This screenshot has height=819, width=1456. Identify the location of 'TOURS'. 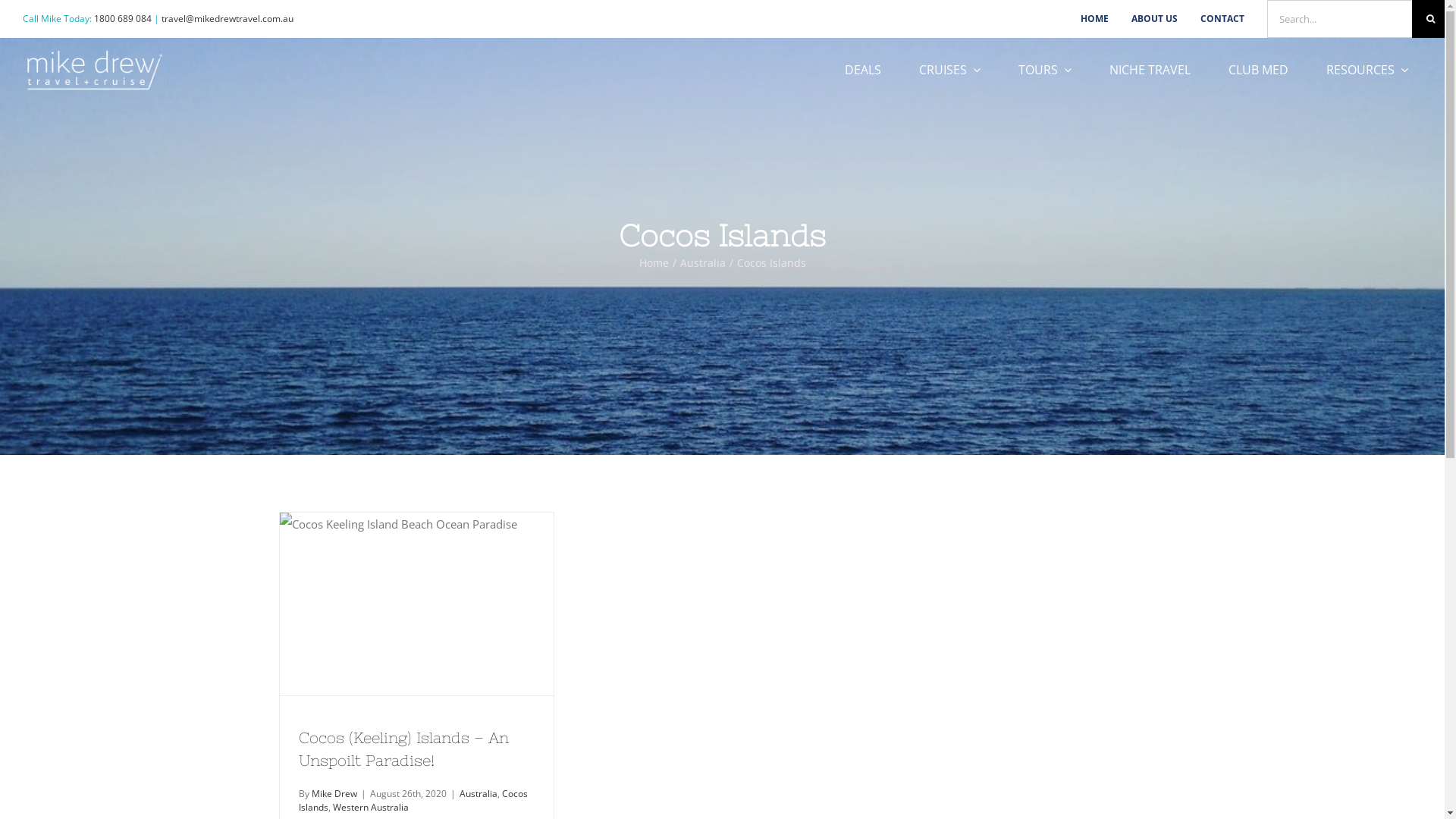
(1043, 70).